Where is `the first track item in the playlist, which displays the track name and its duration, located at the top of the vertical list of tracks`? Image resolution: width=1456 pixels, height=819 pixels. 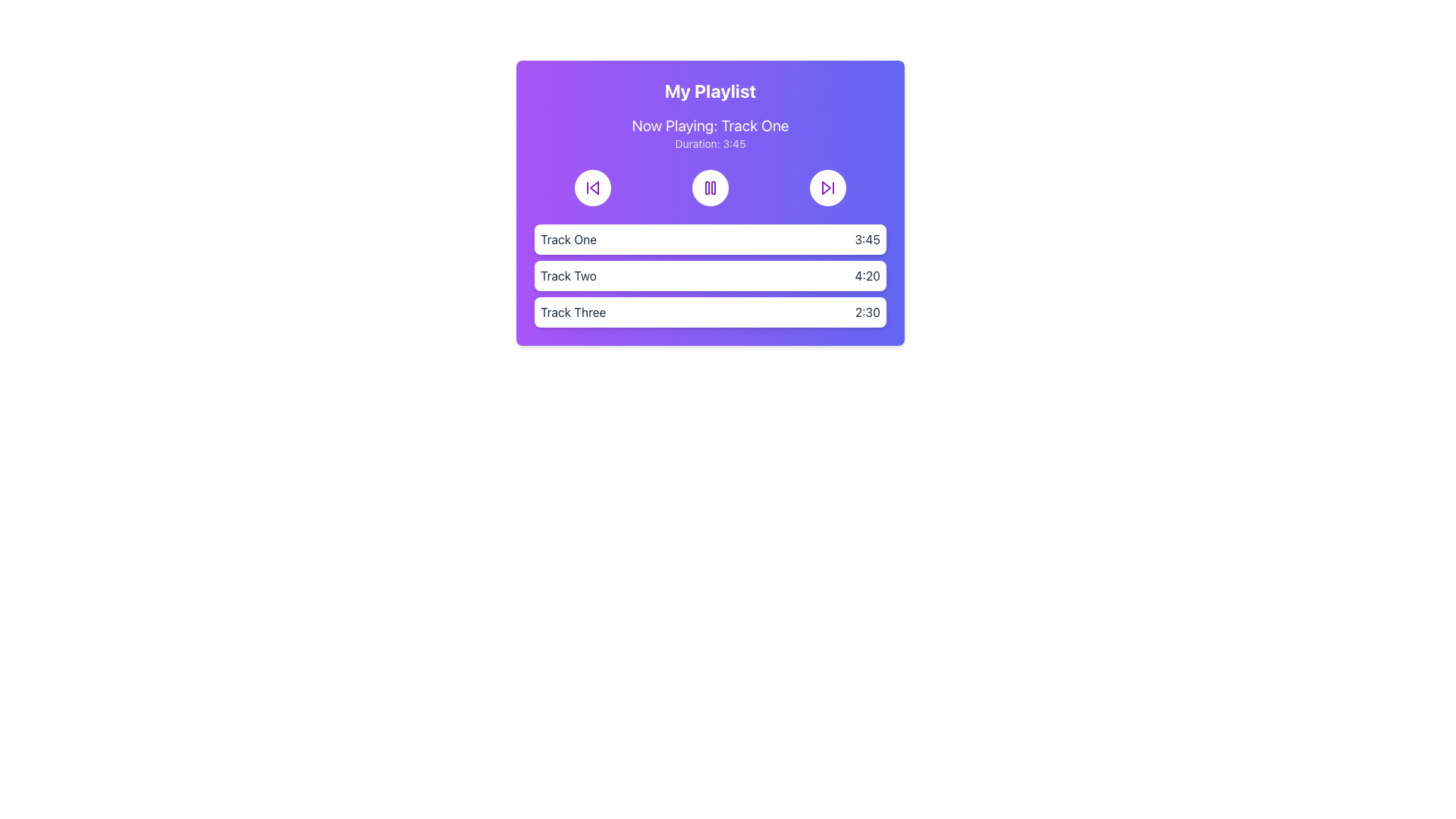
the first track item in the playlist, which displays the track name and its duration, located at the top of the vertical list of tracks is located at coordinates (709, 239).